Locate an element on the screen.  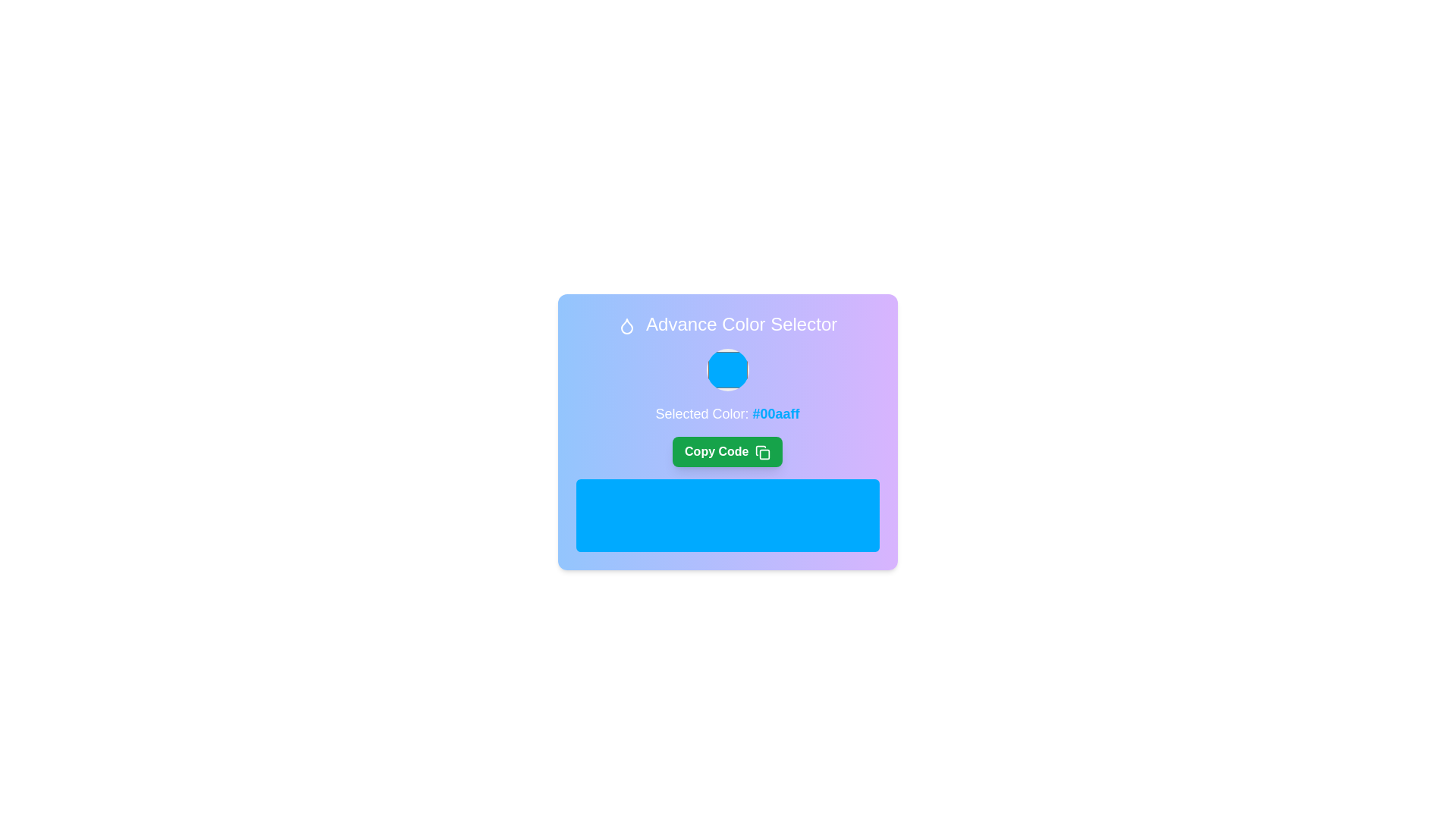
the text label that displays the currently selected color's name and hexadecimal code, which is located below the circular color preview and above the green 'Copy Code' button is located at coordinates (726, 414).